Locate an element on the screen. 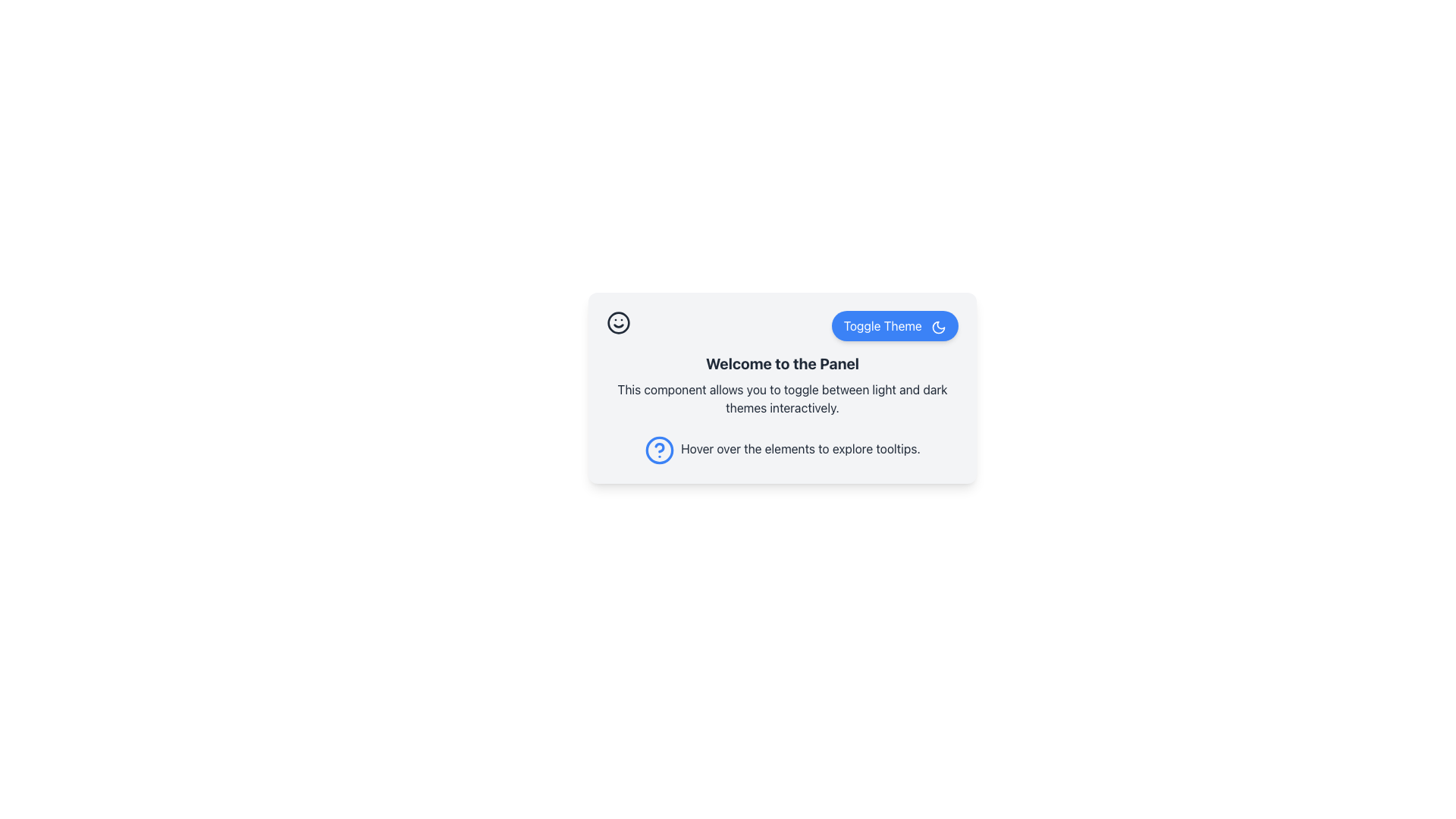 The height and width of the screenshot is (819, 1456). the theme toggle icon located next to the 'Toggle Theme' button, which switches between light and dark modes is located at coordinates (938, 326).